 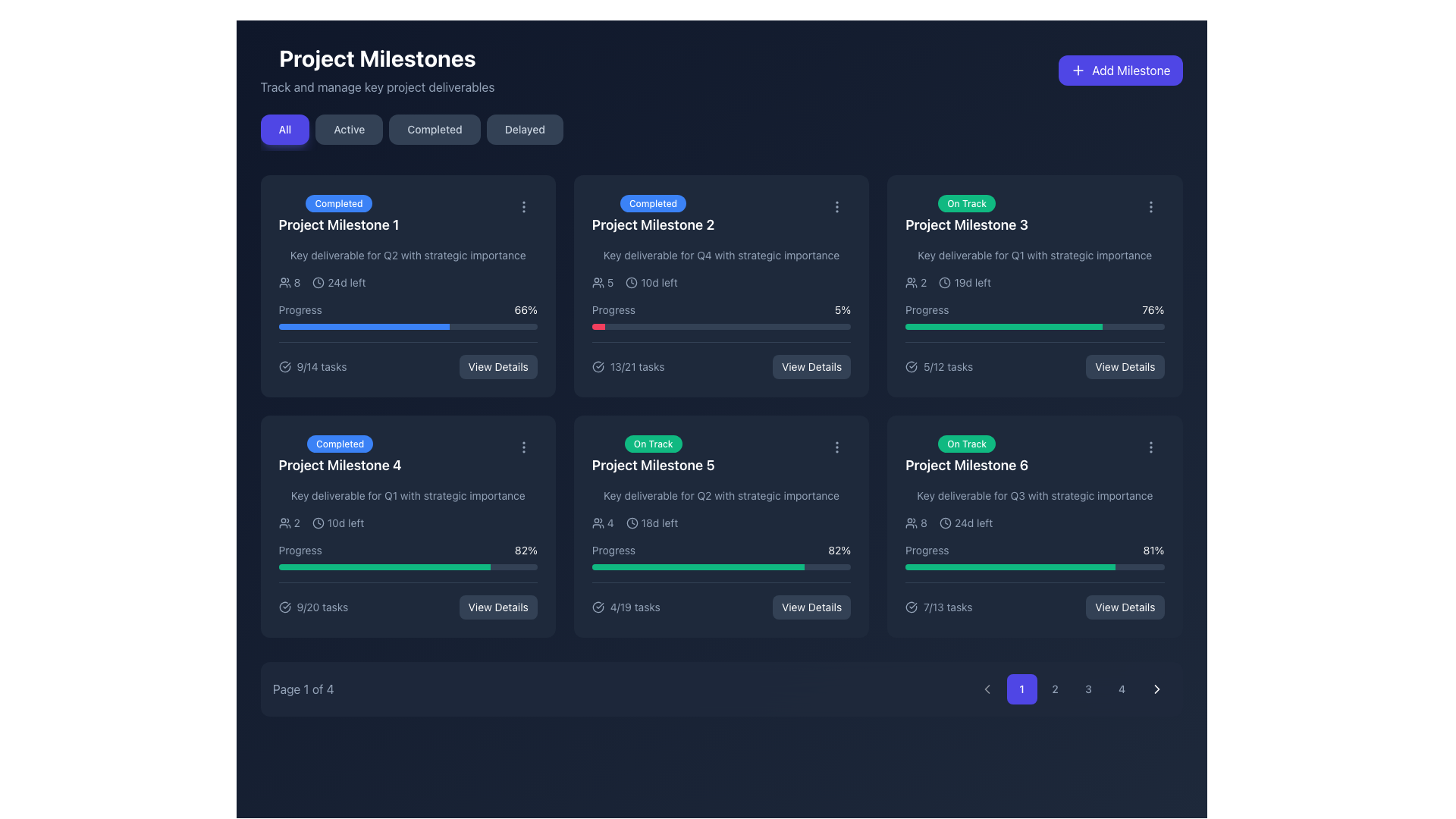 I want to click on the icon consisting of three vertically aligned dots, styled with a light gray color, located at the top right corner within the card labeled 'Project Milestone 5', so click(x=836, y=447).